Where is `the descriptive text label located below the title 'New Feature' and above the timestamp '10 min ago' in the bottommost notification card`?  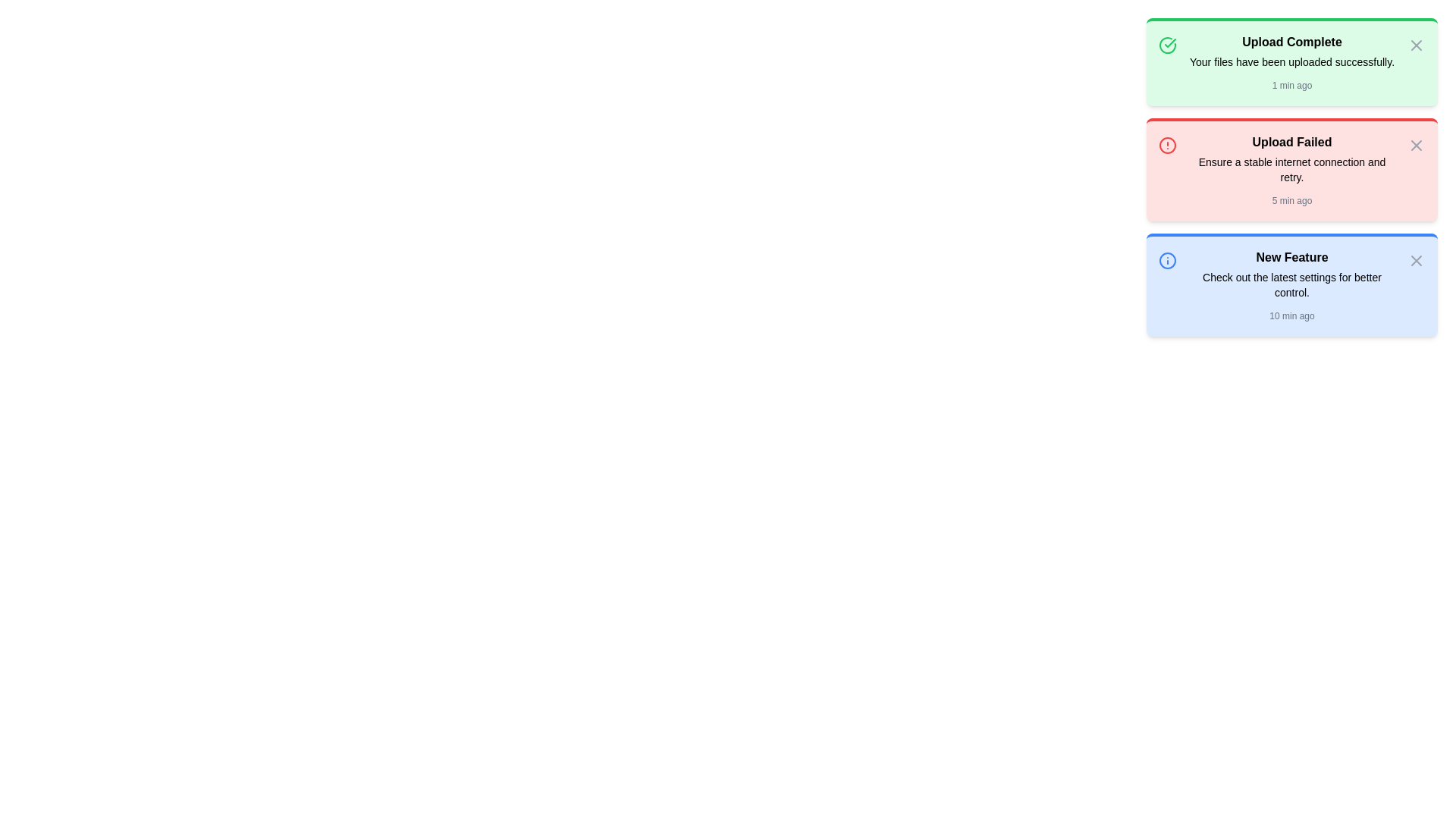
the descriptive text label located below the title 'New Feature' and above the timestamp '10 min ago' in the bottommost notification card is located at coordinates (1291, 284).